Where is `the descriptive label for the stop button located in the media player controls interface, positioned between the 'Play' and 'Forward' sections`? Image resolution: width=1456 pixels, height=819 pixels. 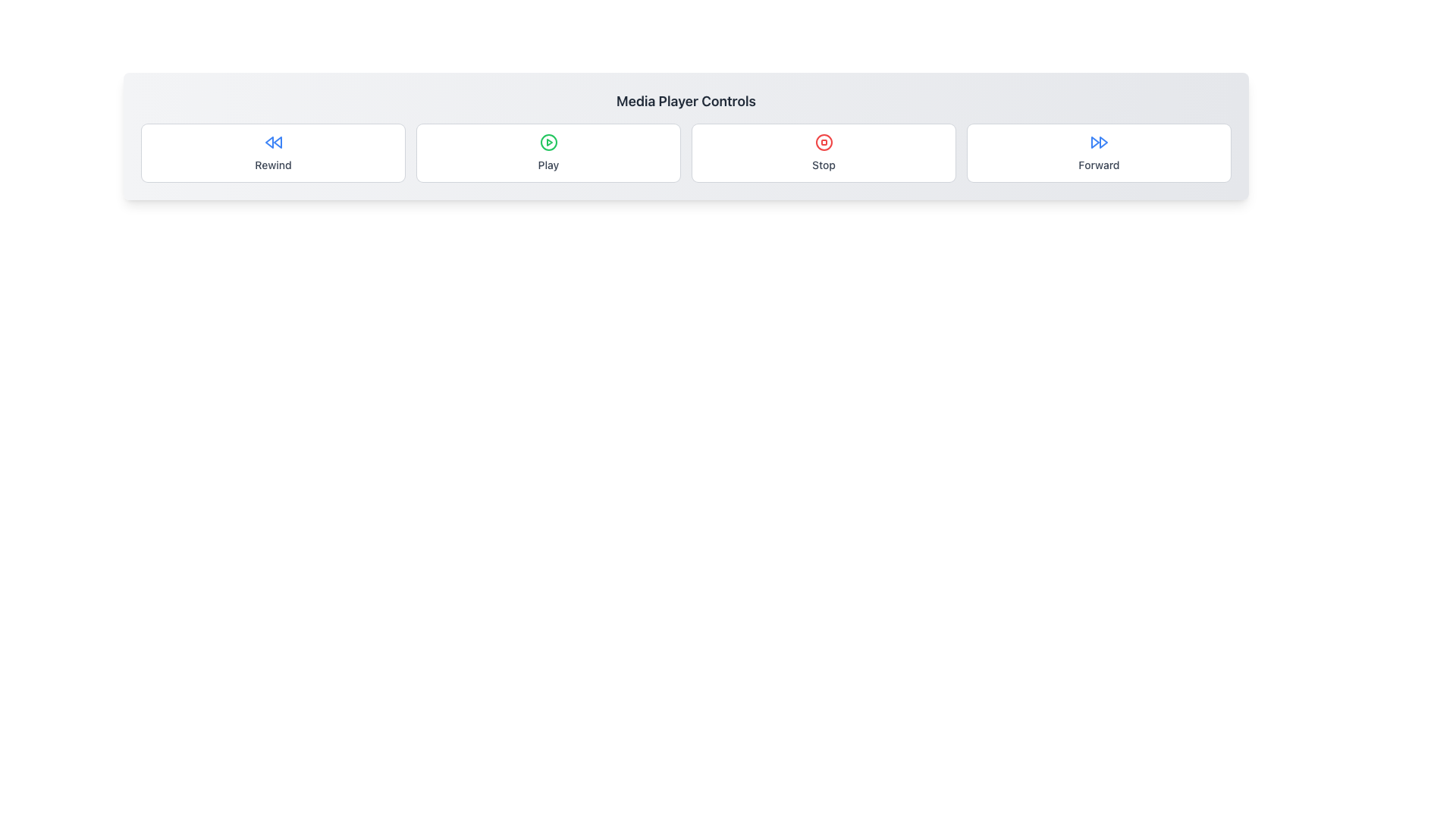
the descriptive label for the stop button located in the media player controls interface, positioned between the 'Play' and 'Forward' sections is located at coordinates (823, 165).